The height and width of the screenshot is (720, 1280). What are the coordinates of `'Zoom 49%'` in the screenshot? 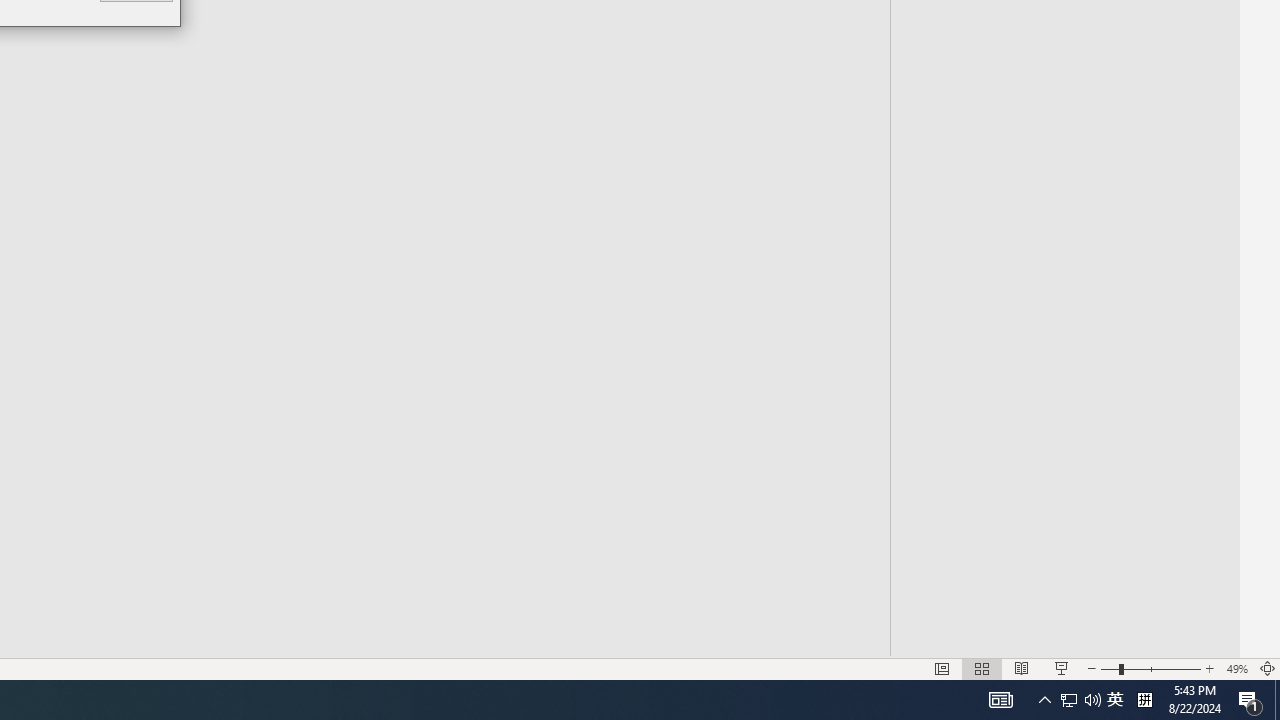 It's located at (1236, 669).